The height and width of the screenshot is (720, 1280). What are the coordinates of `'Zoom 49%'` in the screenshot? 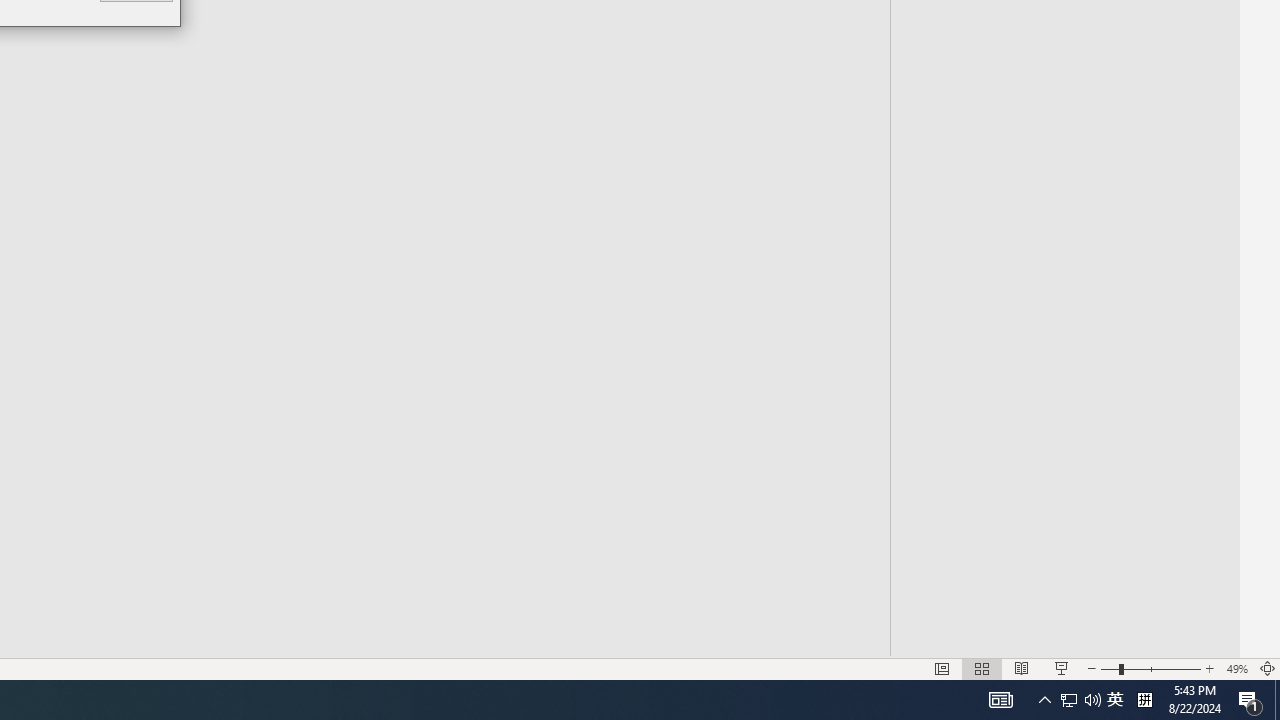 It's located at (1236, 669).